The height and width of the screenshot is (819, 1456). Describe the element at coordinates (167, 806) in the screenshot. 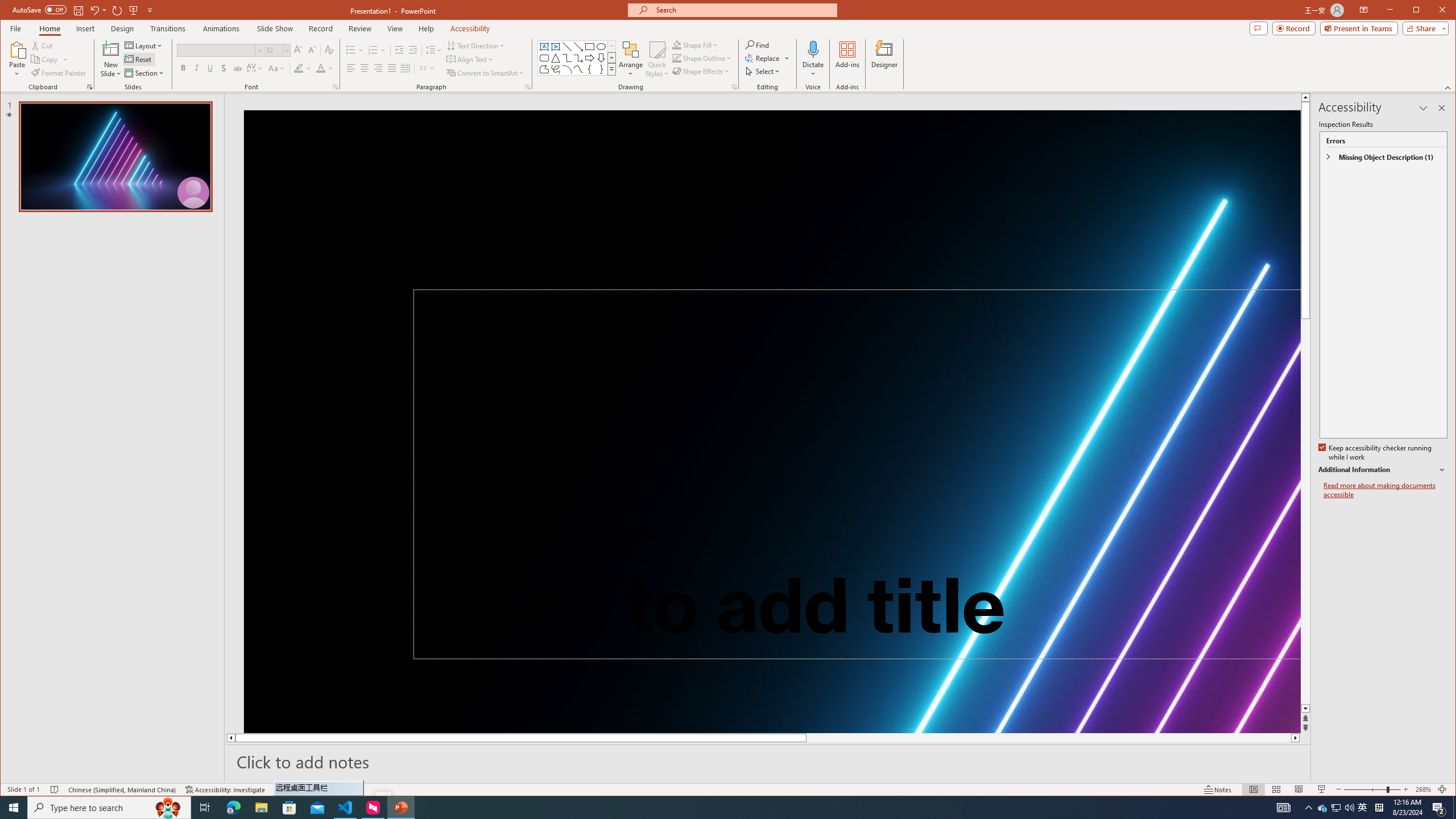

I see `'Search highlights icon opens search home window'` at that location.